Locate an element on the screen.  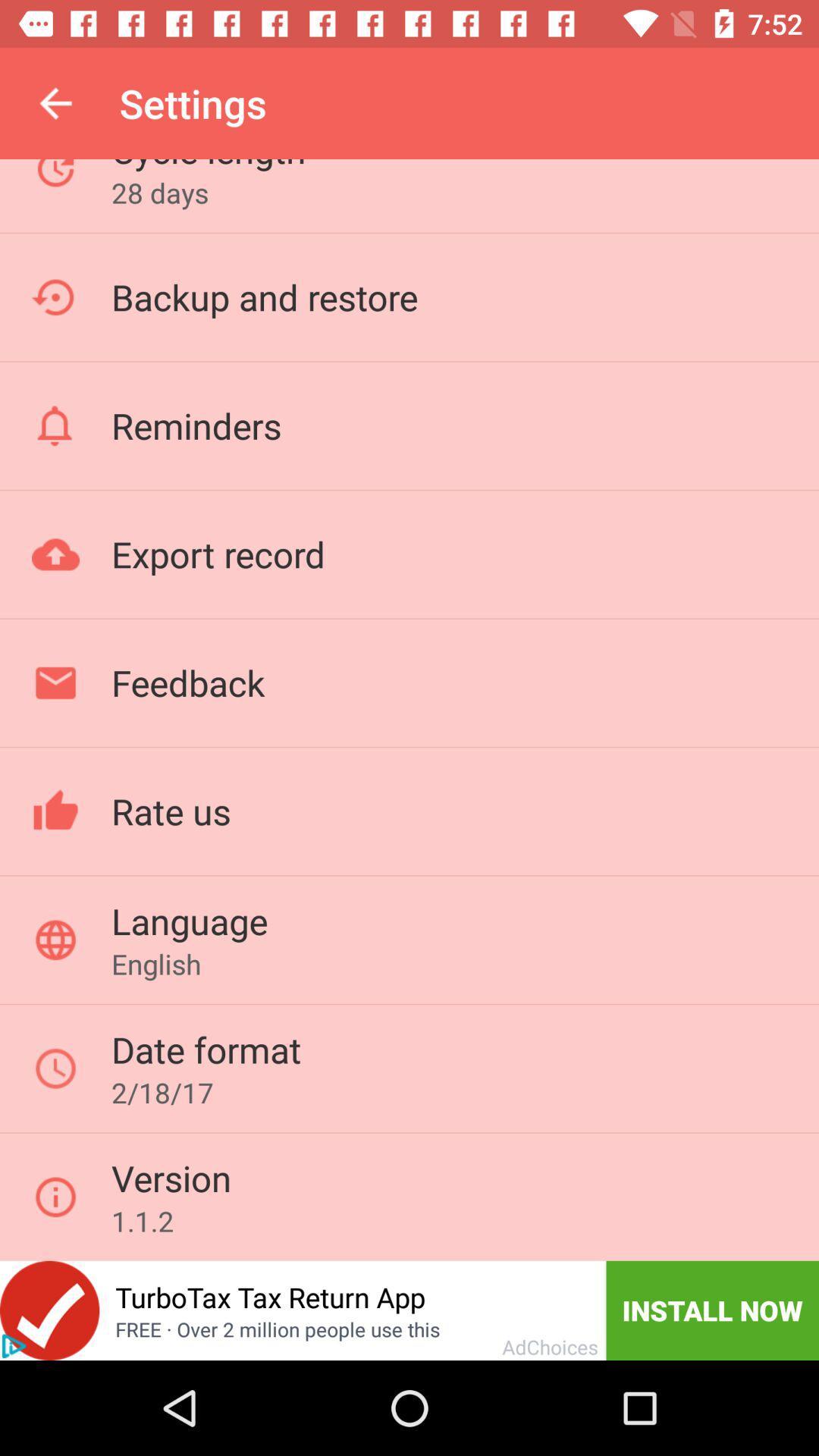
the item next to cycle length is located at coordinates (55, 102).